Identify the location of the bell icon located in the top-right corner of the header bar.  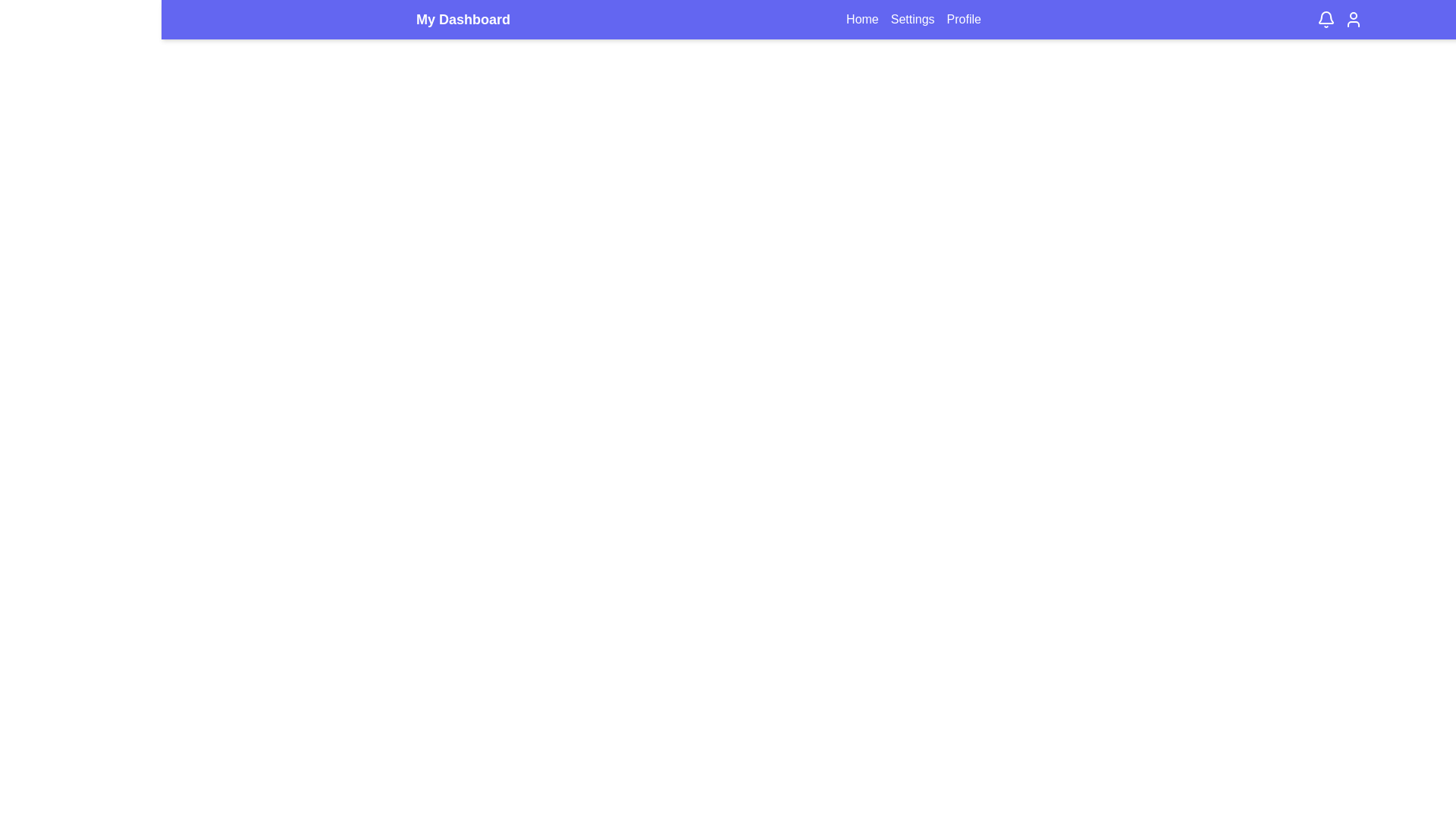
(1339, 20).